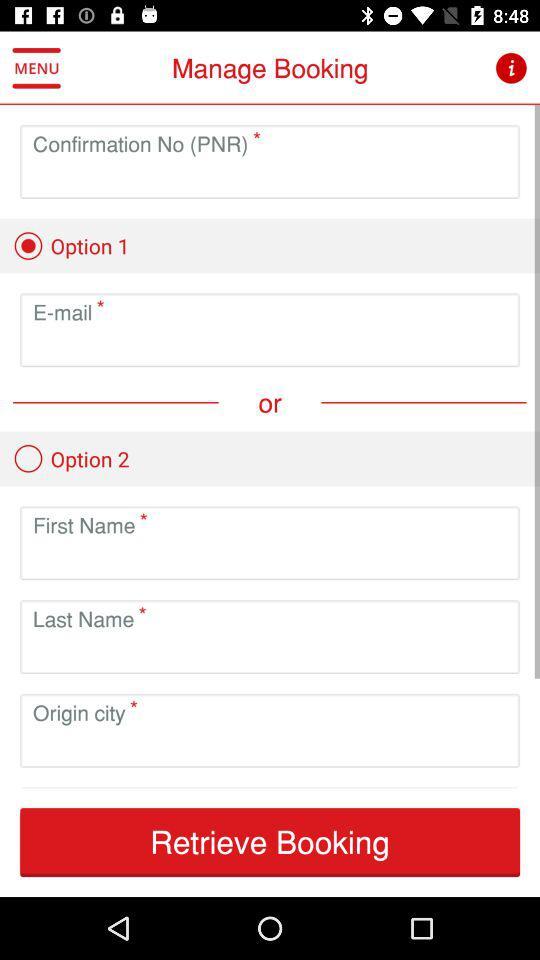 The width and height of the screenshot is (540, 960). Describe the element at coordinates (270, 559) in the screenshot. I see `input name` at that location.